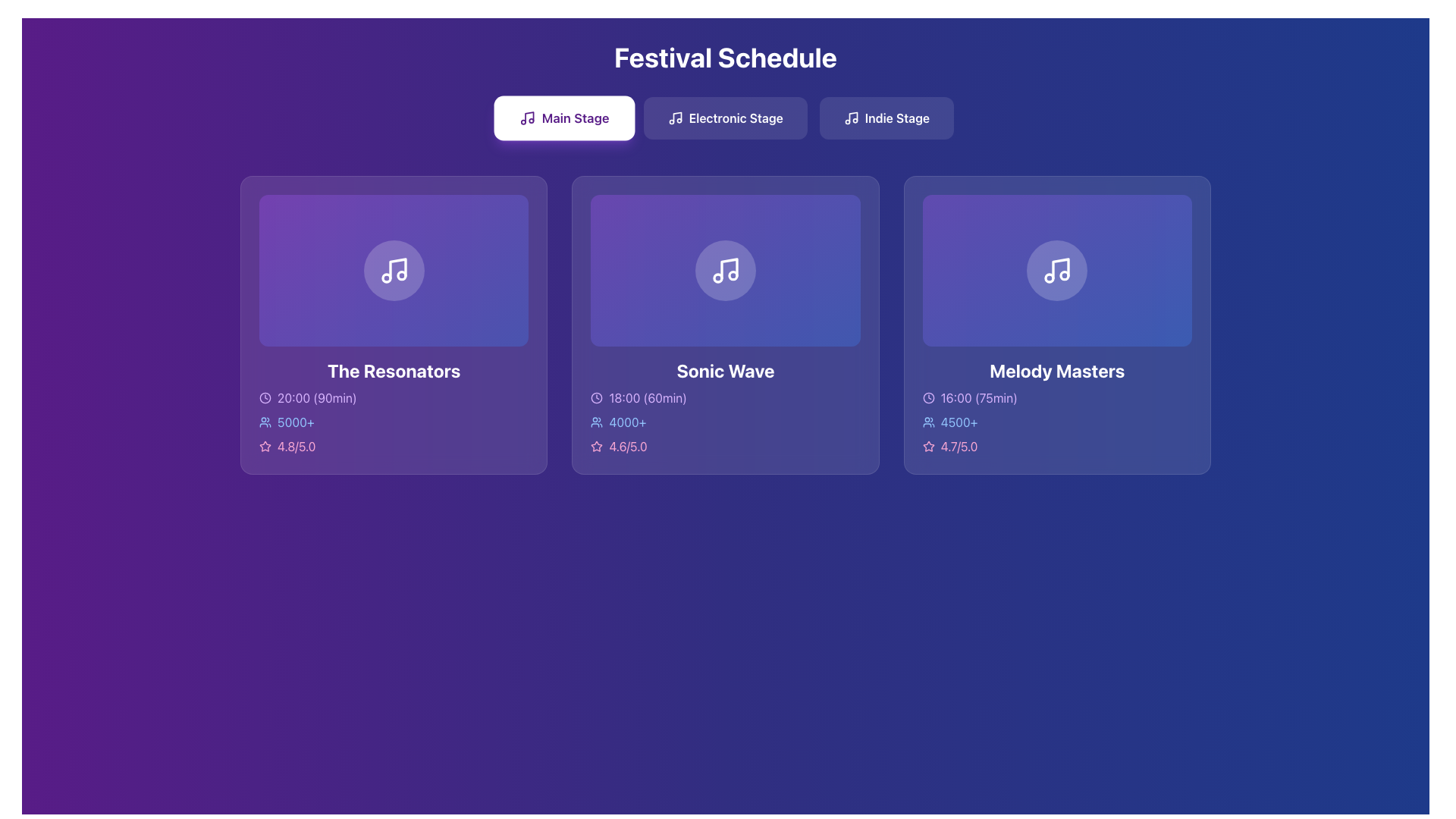 The image size is (1456, 819). Describe the element at coordinates (724, 269) in the screenshot. I see `the music note icon represented by a white outline inside a light purple circular background, located in the middle panel under the 'Festival Schedule' heading` at that location.